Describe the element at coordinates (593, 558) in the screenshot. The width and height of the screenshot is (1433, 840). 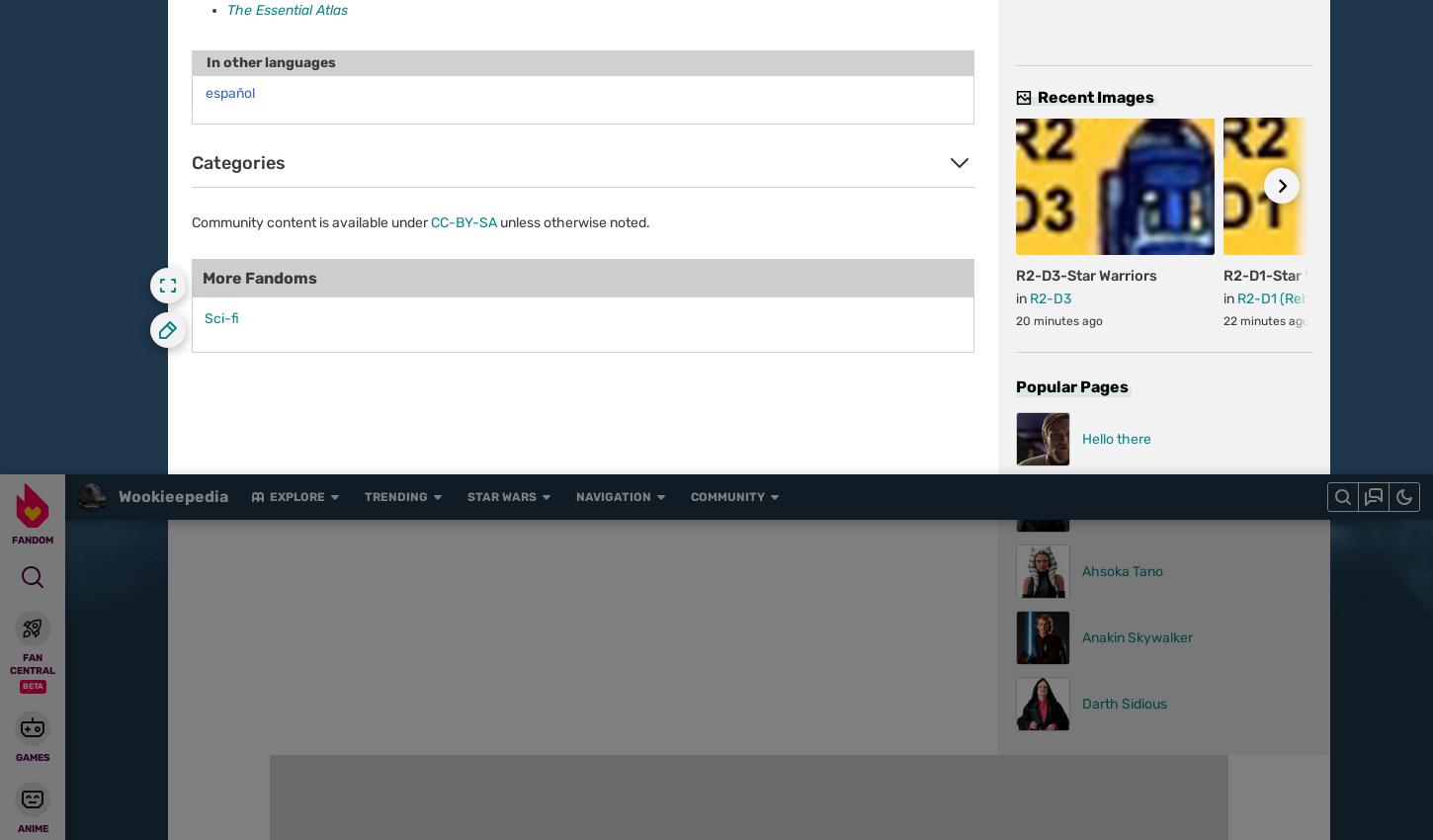
I see `'Vernestra Rwoh'` at that location.